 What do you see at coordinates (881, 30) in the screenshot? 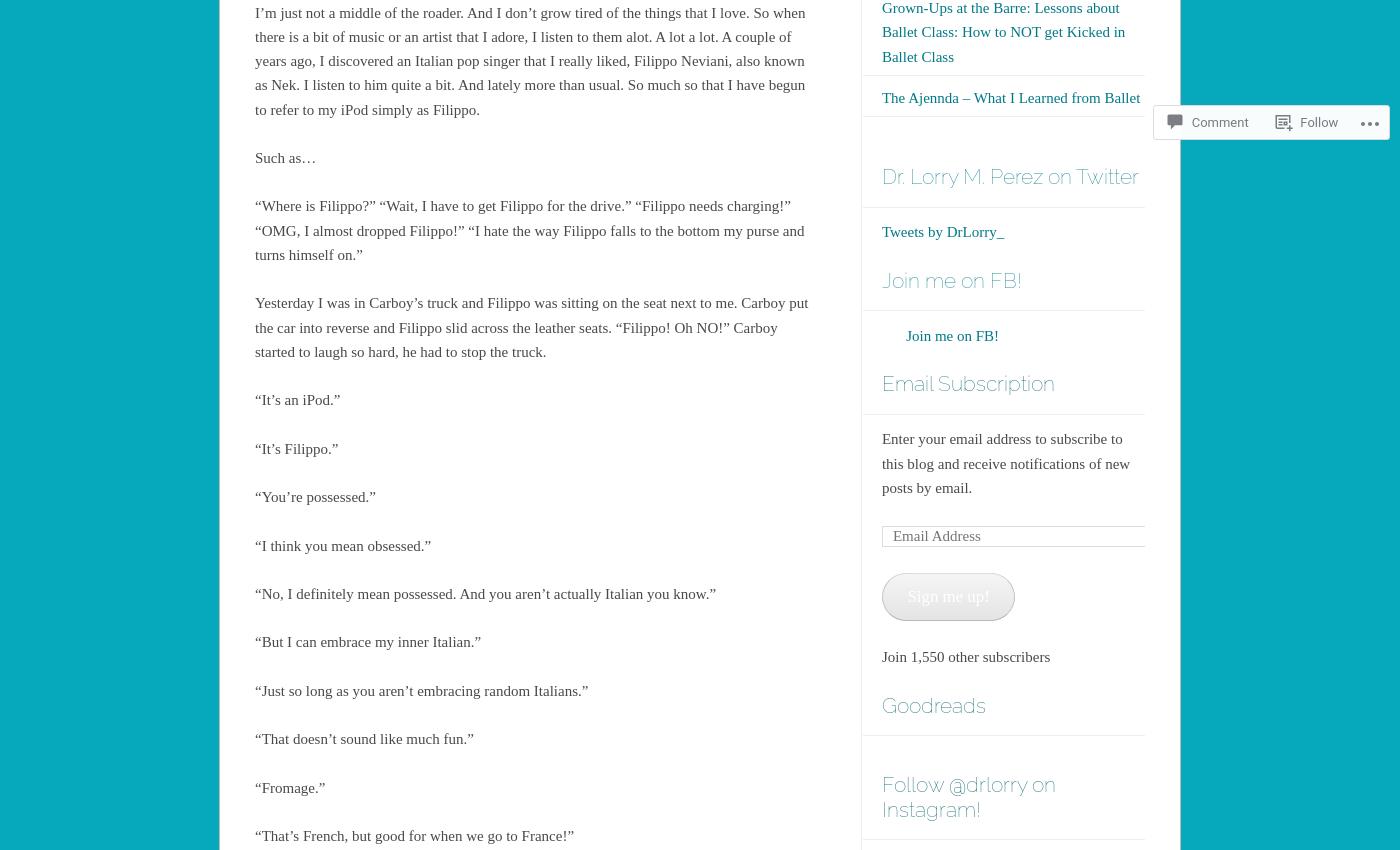
I see `'Grown-Ups at the Barre: Lessons about Ballet Class: How to NOT get Kicked in Ballet Class'` at bounding box center [881, 30].